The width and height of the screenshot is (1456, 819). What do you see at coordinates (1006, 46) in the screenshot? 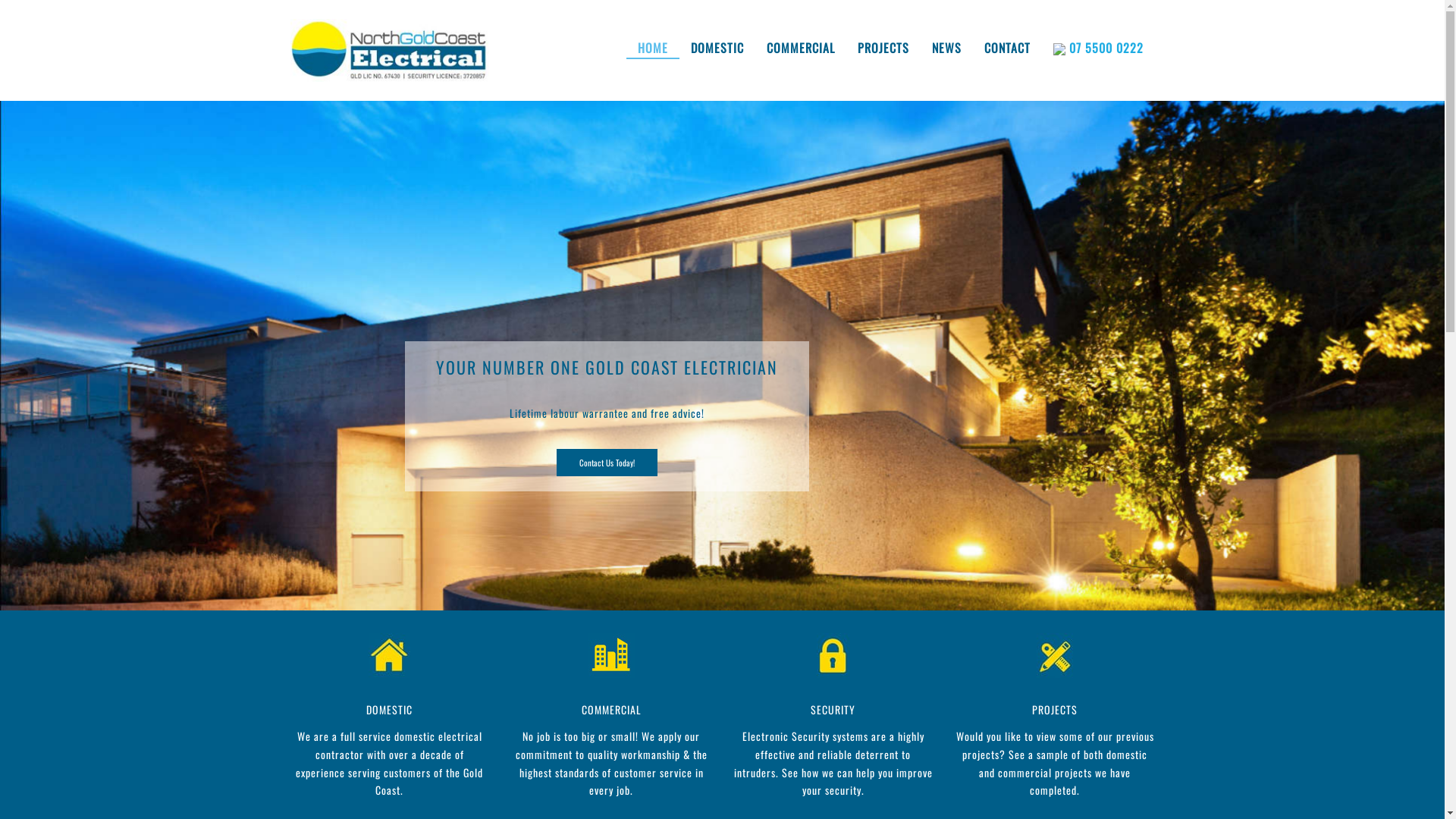
I see `'CONTACT'` at bounding box center [1006, 46].